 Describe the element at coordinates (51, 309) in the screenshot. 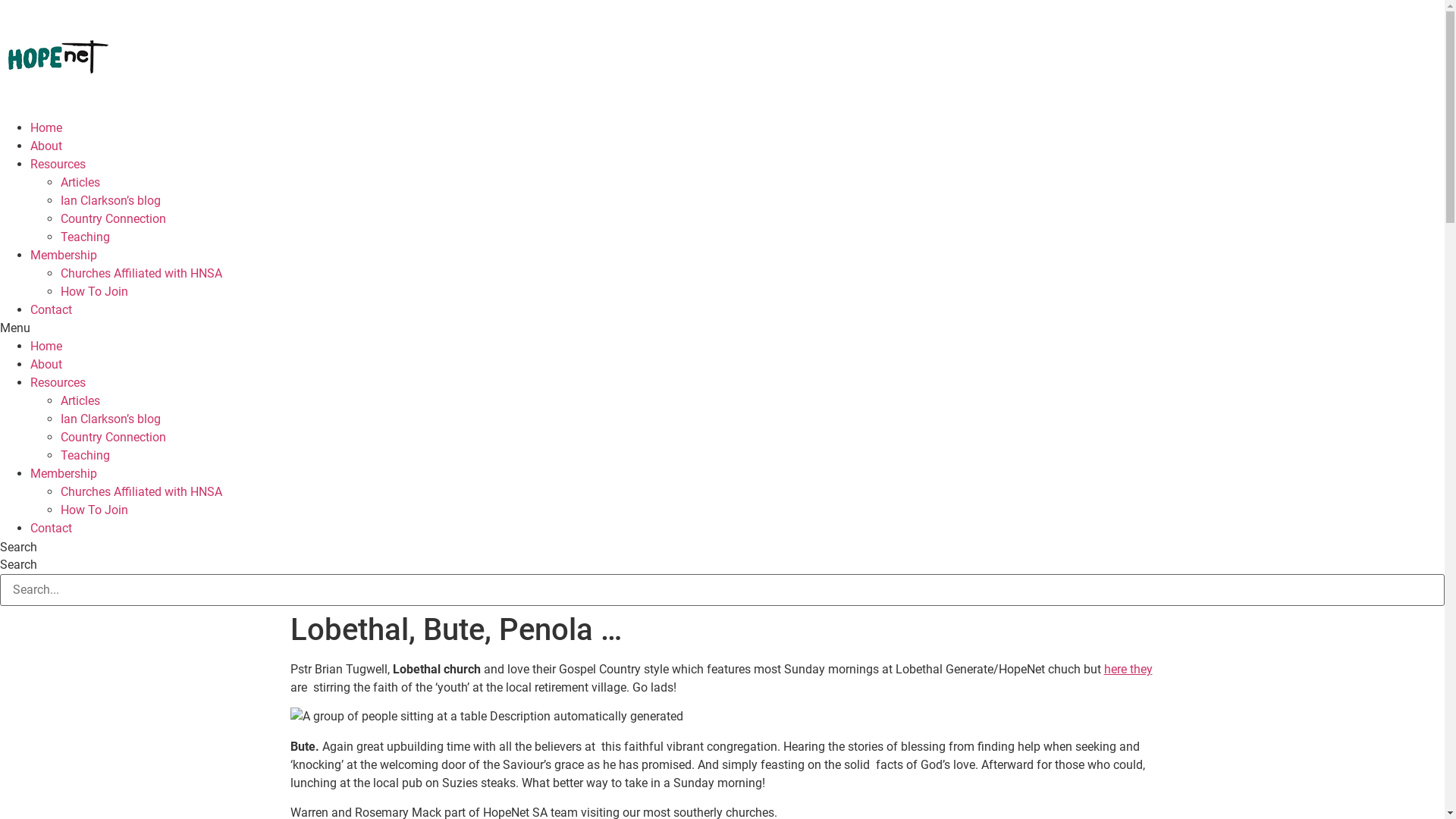

I see `'Contact'` at that location.